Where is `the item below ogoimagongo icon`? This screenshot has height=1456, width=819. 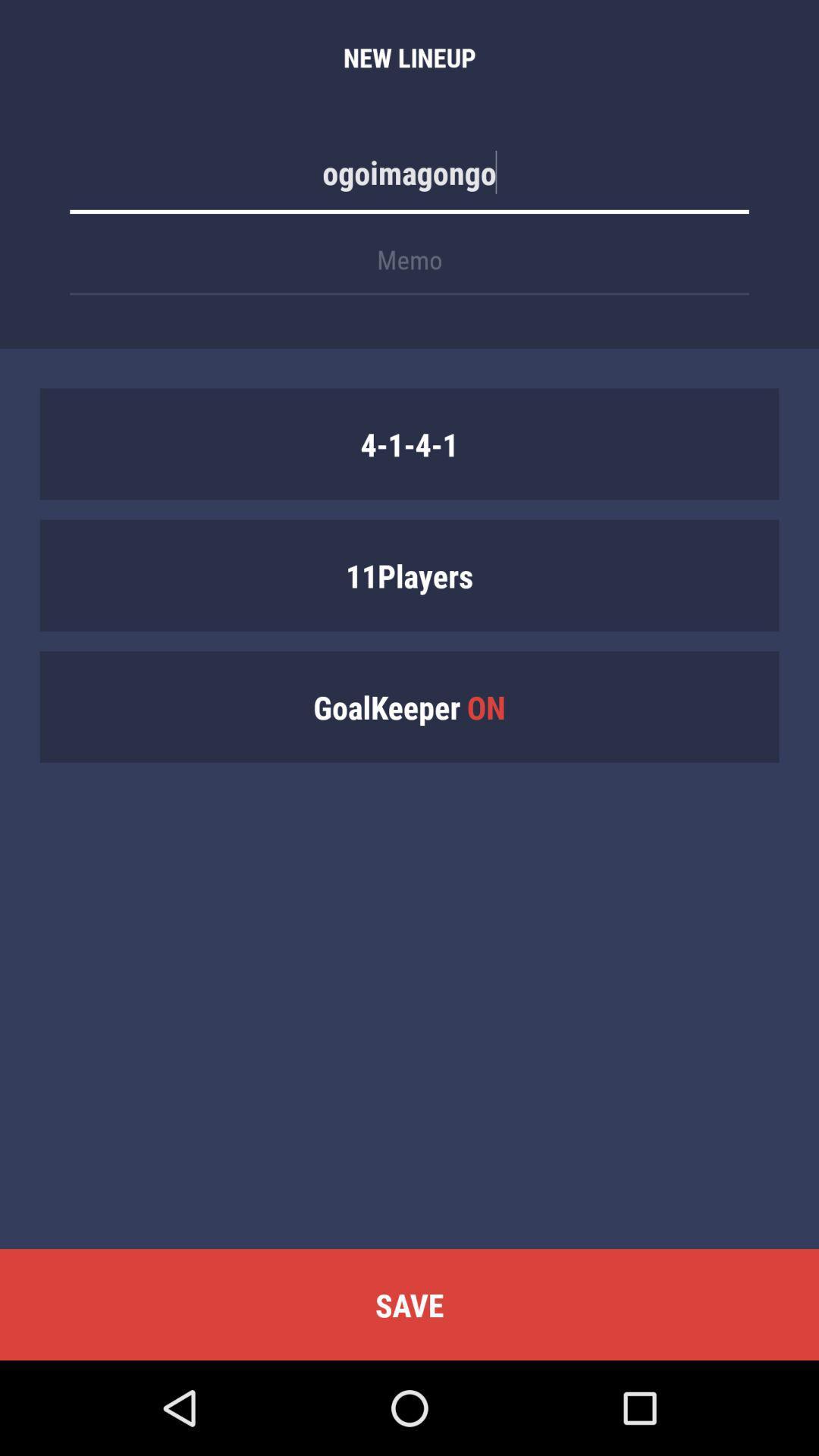
the item below ogoimagongo icon is located at coordinates (409, 267).